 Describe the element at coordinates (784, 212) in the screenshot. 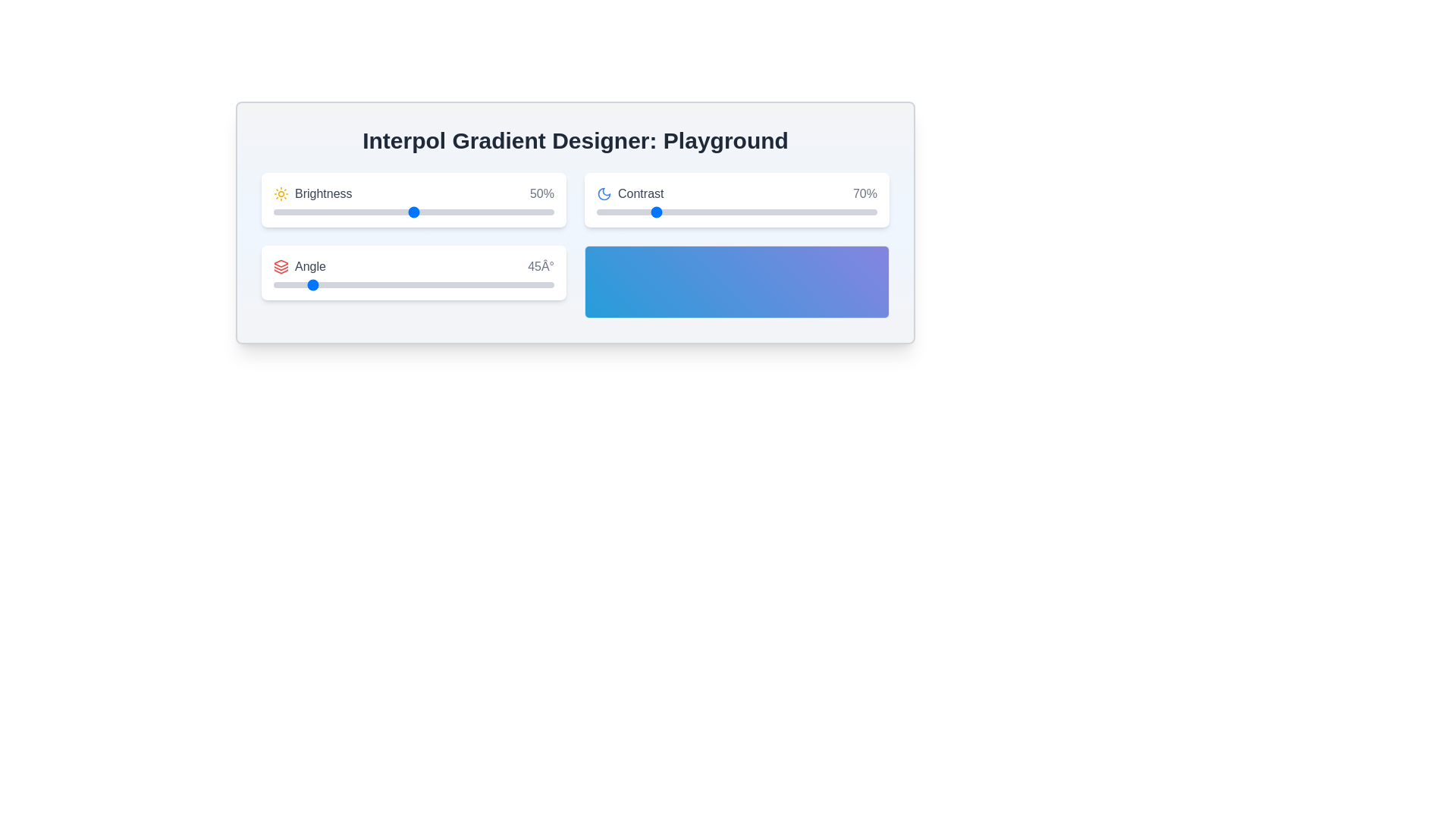

I see `the contrast level` at that location.